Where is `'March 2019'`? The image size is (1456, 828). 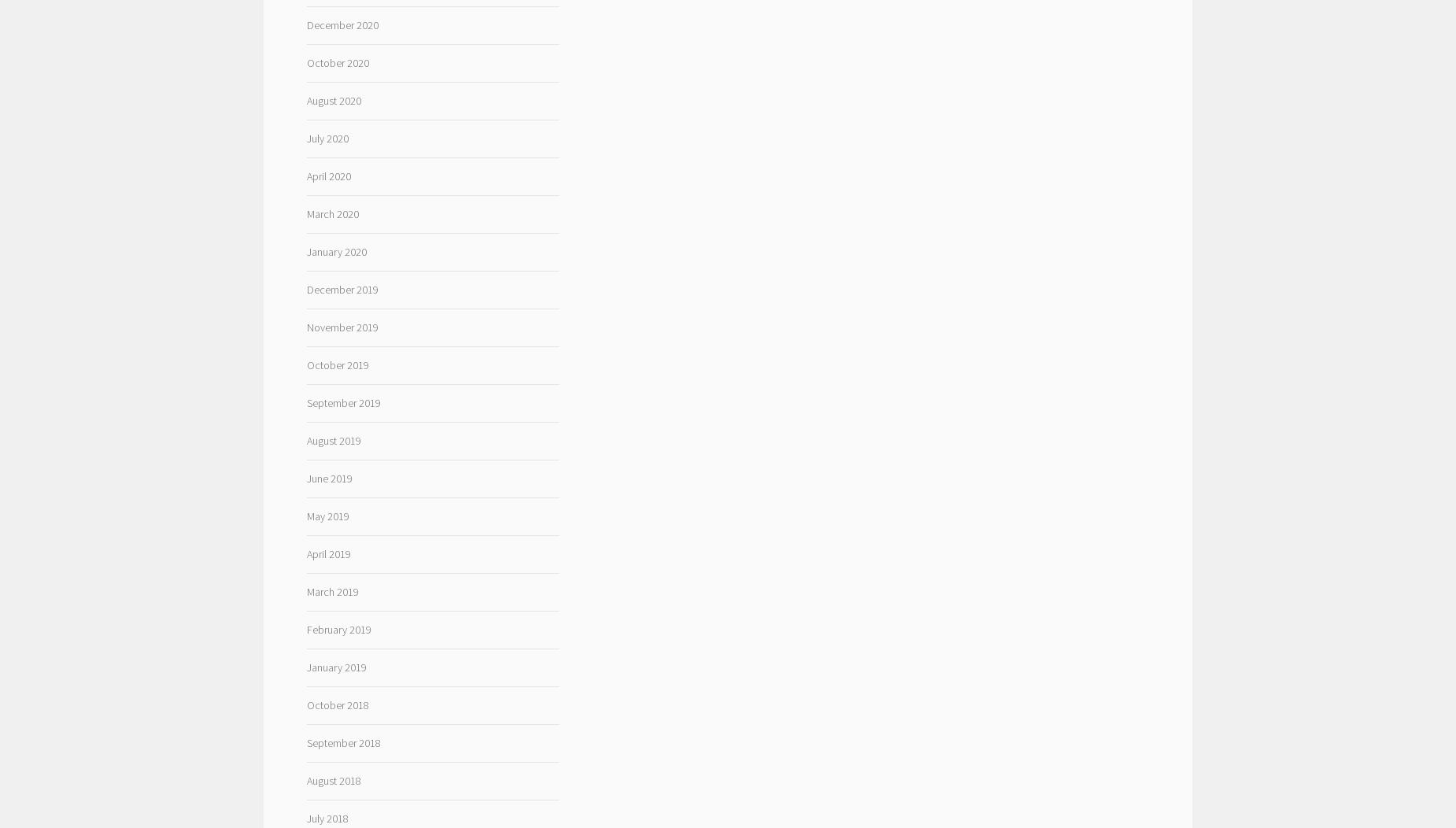 'March 2019' is located at coordinates (331, 590).